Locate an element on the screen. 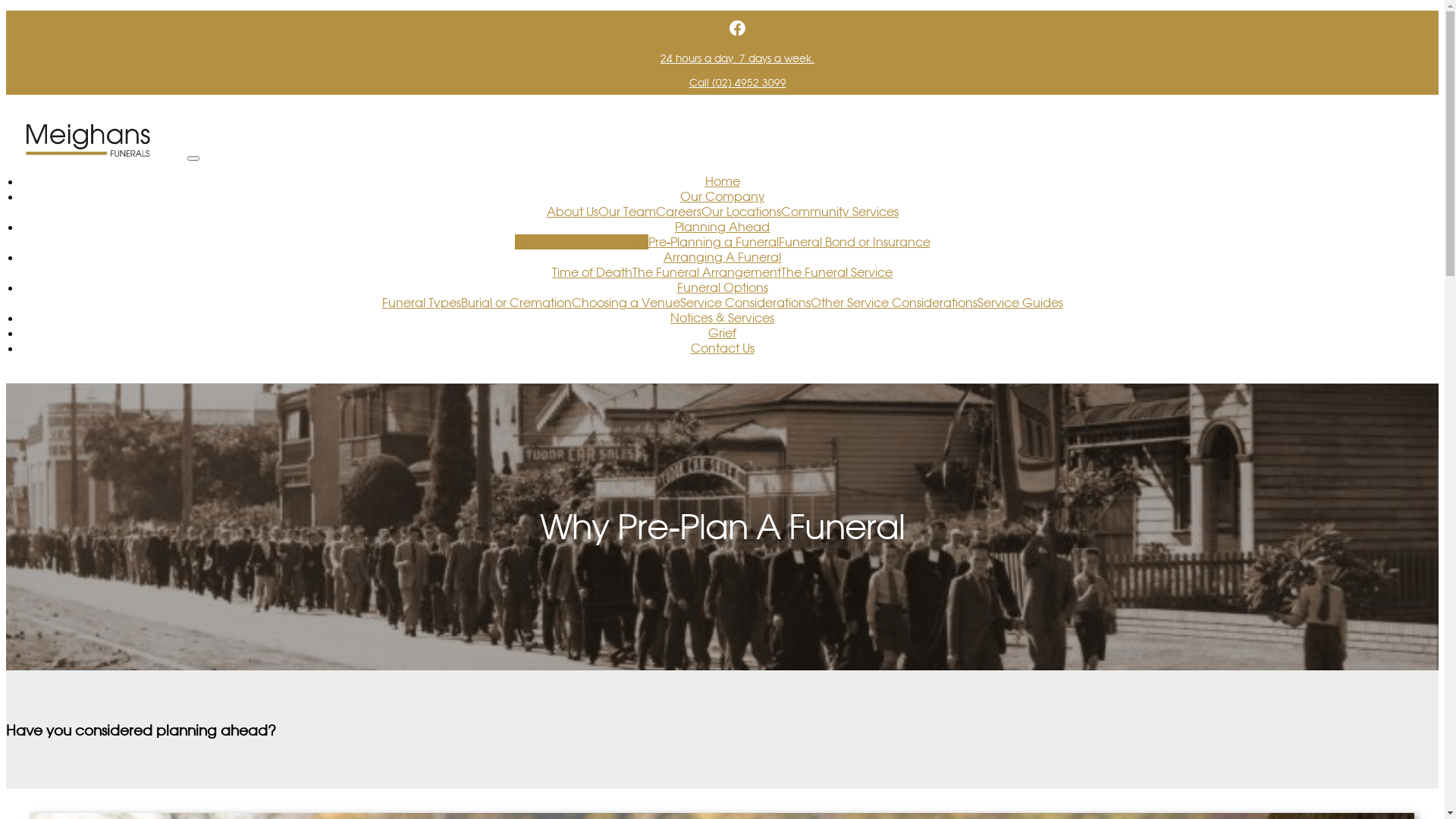 This screenshot has height=819, width=1456. '24 hours a day. 7 days a week.' is located at coordinates (737, 58).